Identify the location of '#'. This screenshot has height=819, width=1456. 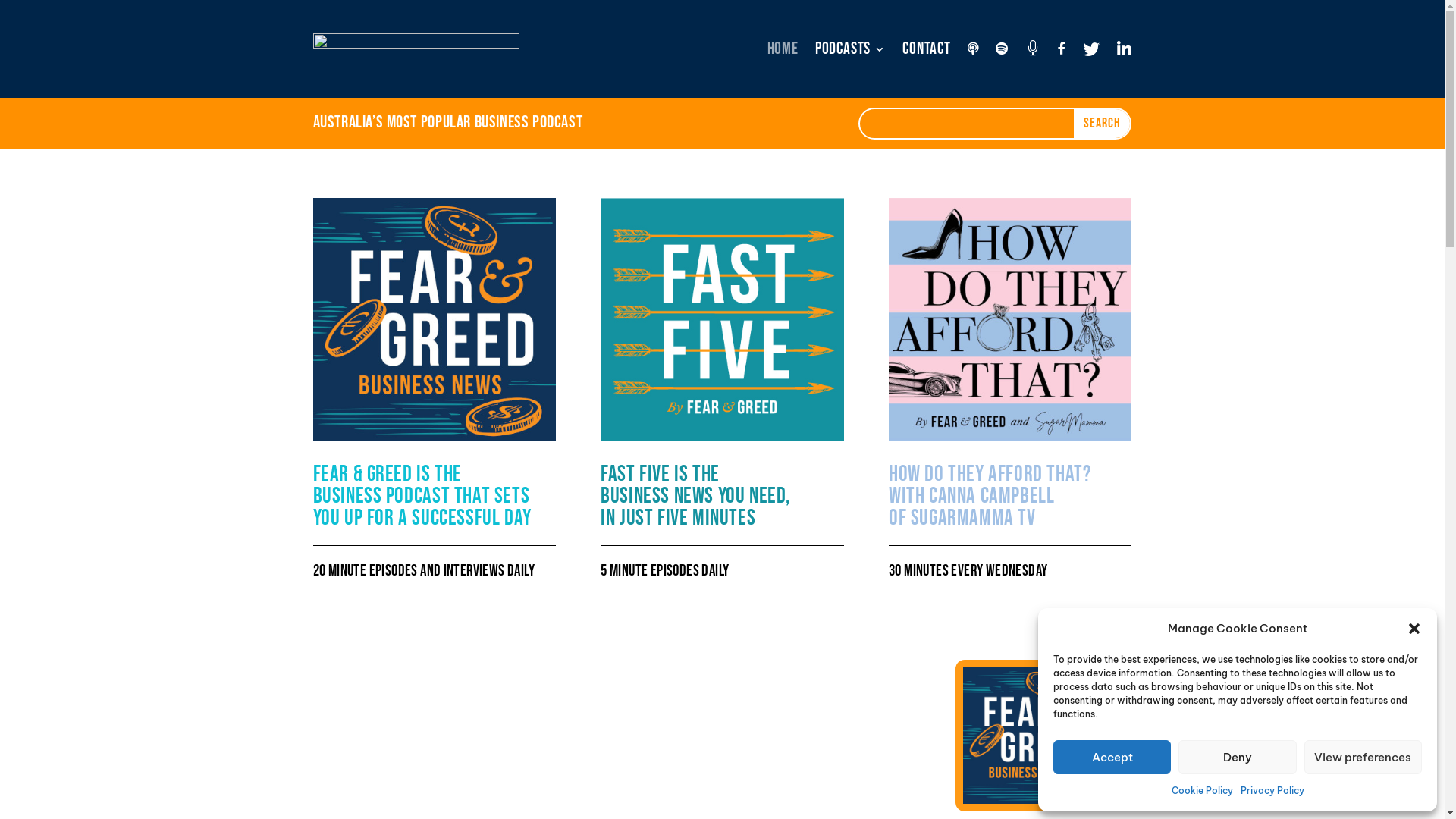
(1032, 49).